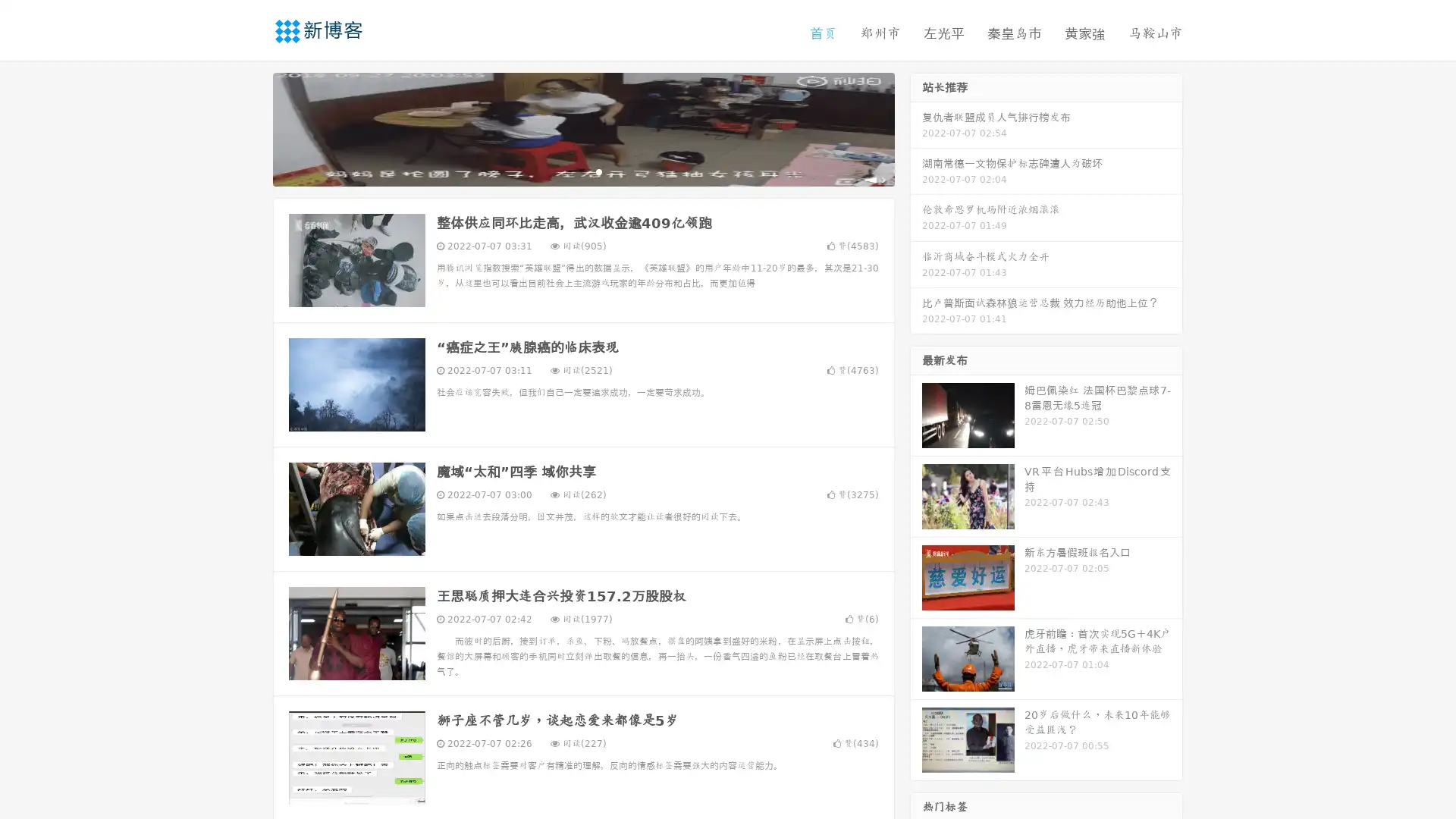 The height and width of the screenshot is (819, 1456). Describe the element at coordinates (582, 171) in the screenshot. I see `Go to slide 2` at that location.